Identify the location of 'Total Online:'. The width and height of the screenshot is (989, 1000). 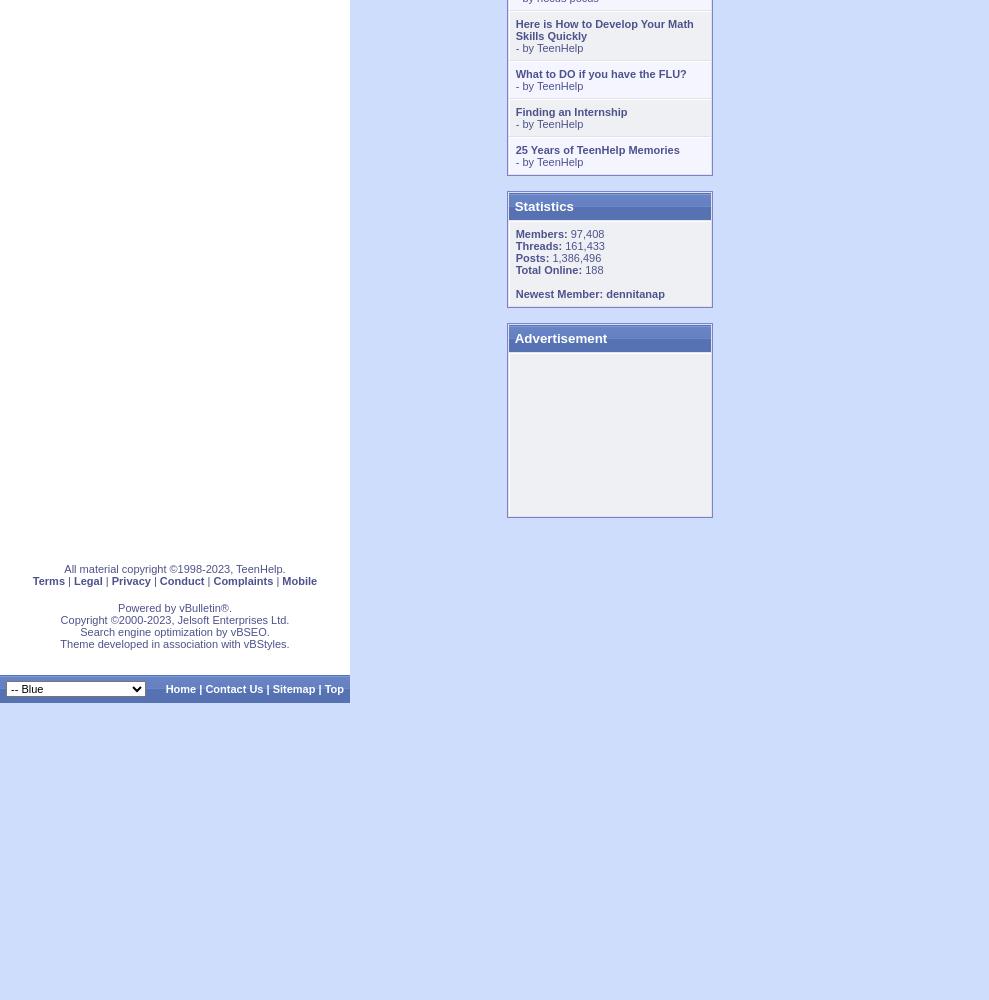
(548, 270).